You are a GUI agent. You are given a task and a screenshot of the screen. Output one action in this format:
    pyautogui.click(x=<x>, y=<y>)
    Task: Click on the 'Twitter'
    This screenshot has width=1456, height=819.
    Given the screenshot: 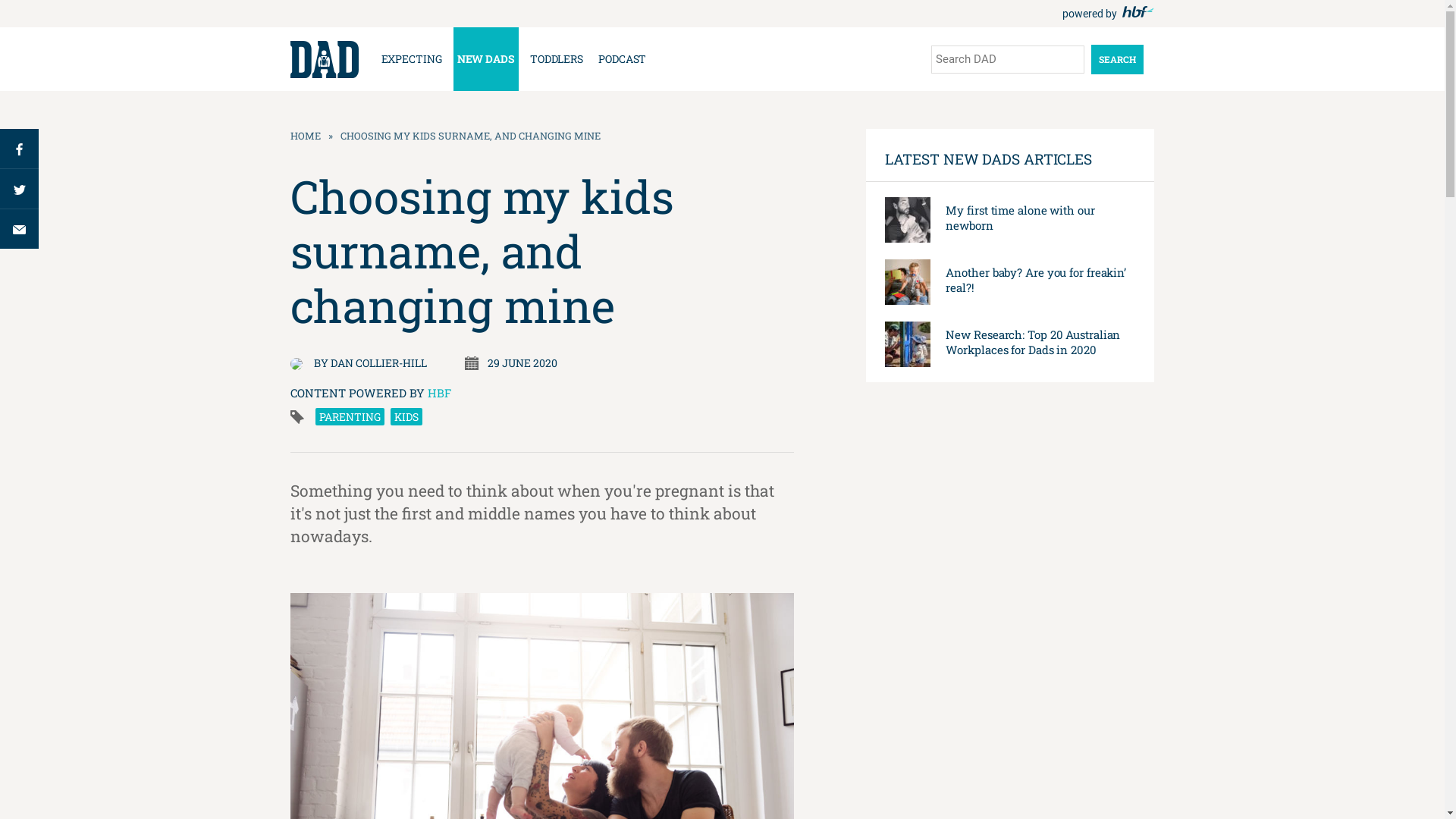 What is the action you would take?
    pyautogui.click(x=19, y=187)
    